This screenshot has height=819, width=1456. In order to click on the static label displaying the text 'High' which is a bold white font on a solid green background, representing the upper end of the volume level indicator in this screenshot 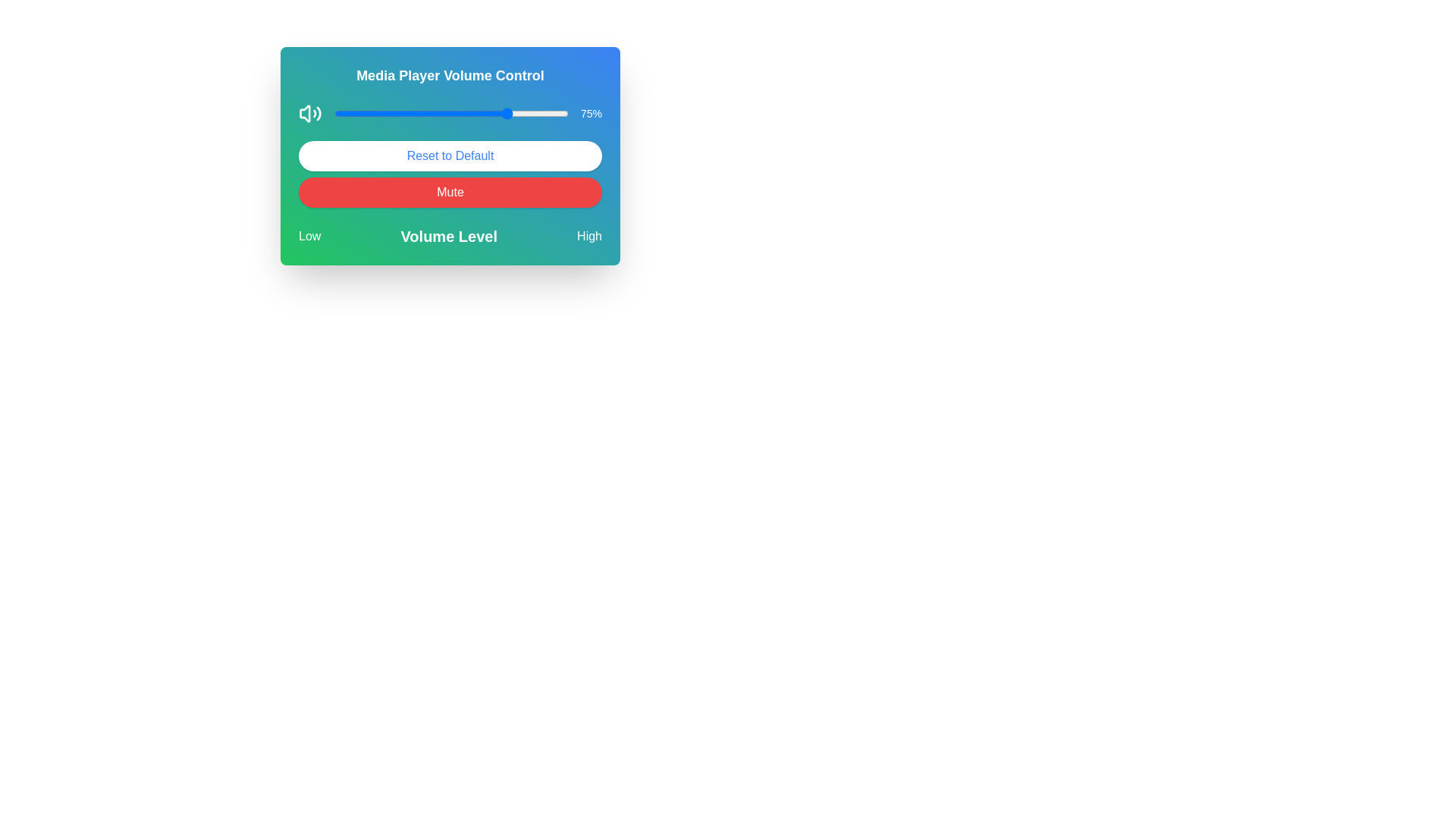, I will do `click(588, 237)`.